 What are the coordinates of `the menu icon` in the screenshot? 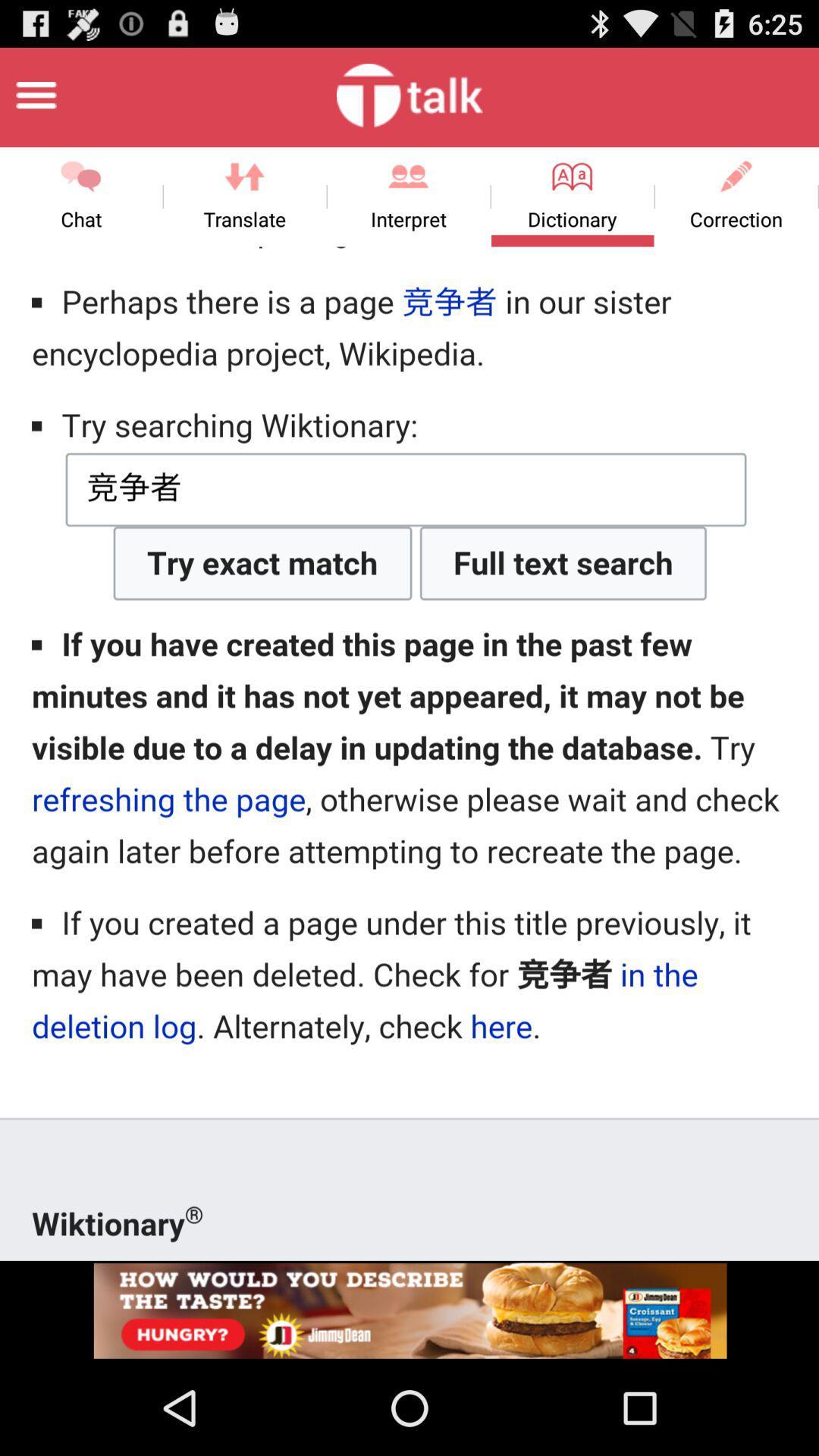 It's located at (35, 101).